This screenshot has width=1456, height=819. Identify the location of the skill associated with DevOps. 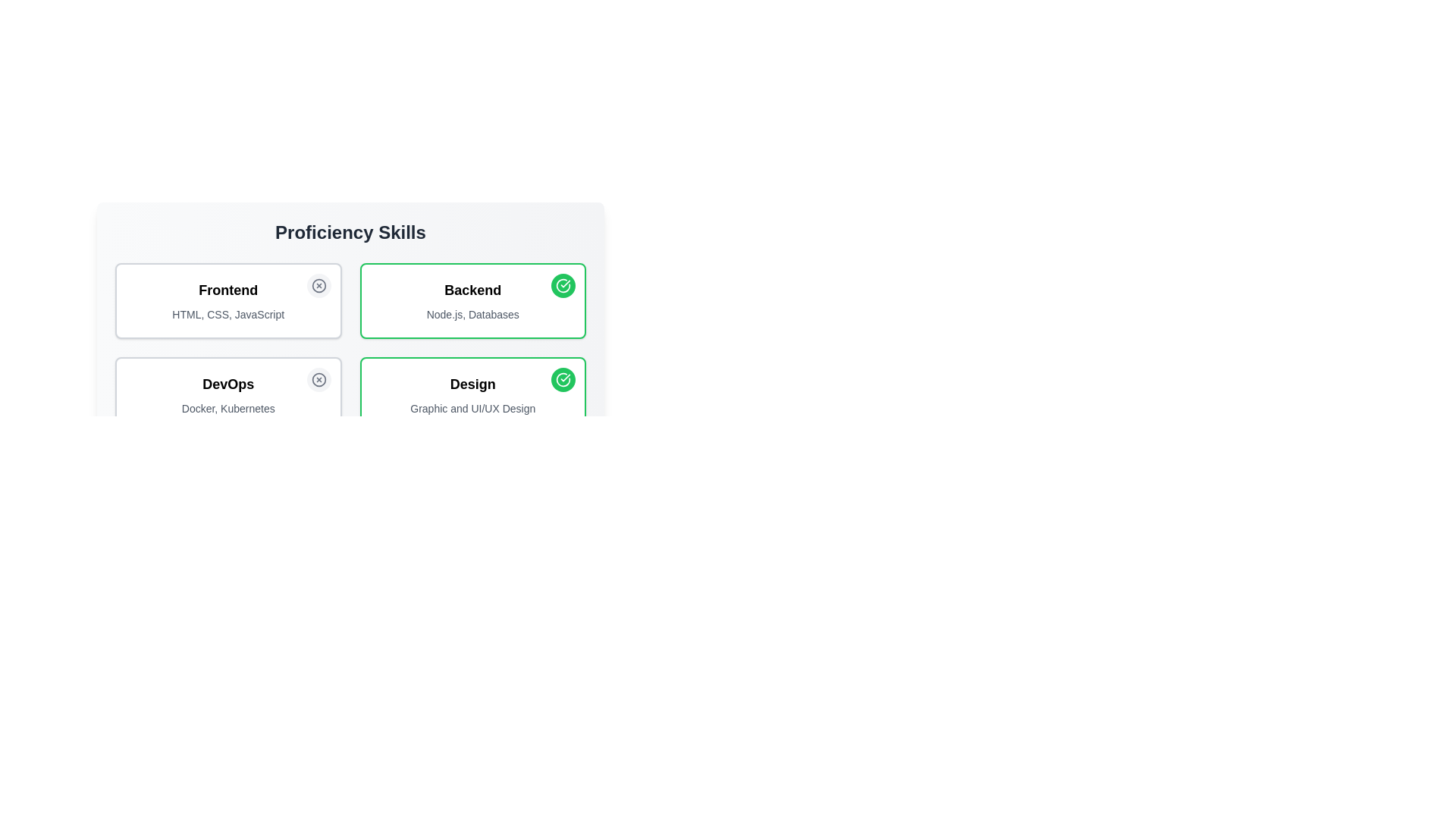
(318, 379).